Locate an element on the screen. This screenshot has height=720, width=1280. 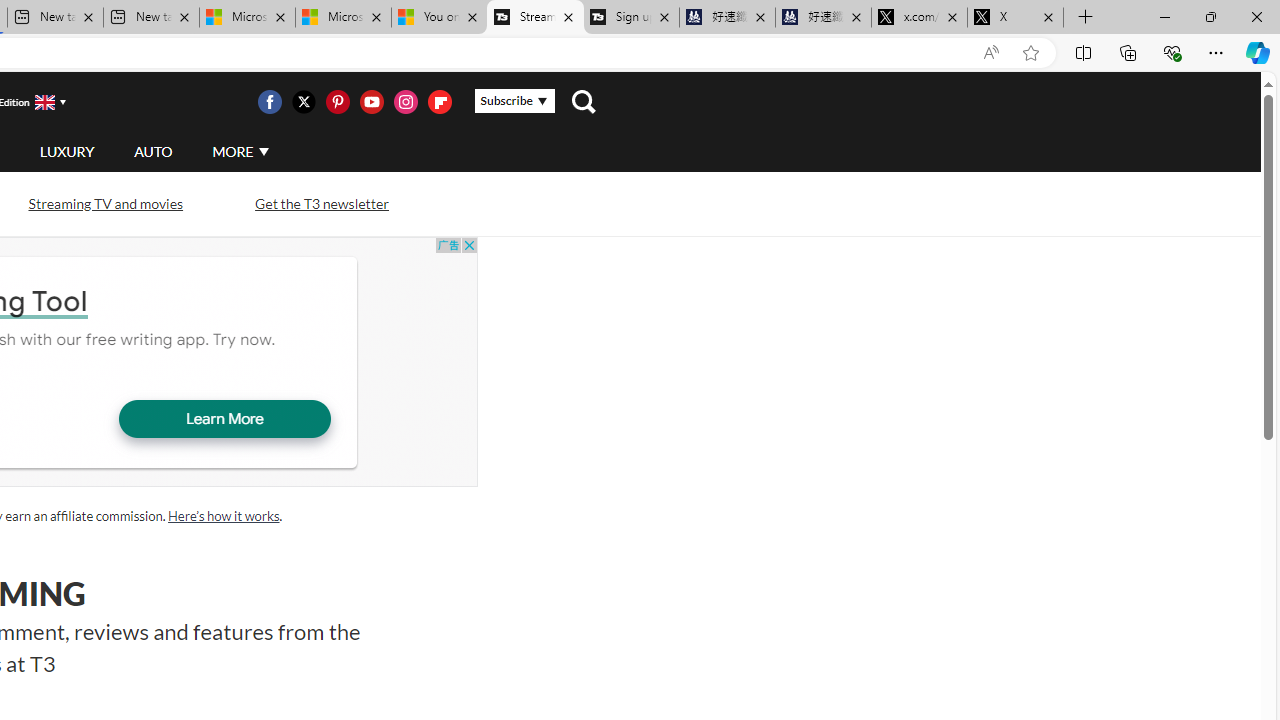
'Streaming Coverage | T3' is located at coordinates (535, 17).